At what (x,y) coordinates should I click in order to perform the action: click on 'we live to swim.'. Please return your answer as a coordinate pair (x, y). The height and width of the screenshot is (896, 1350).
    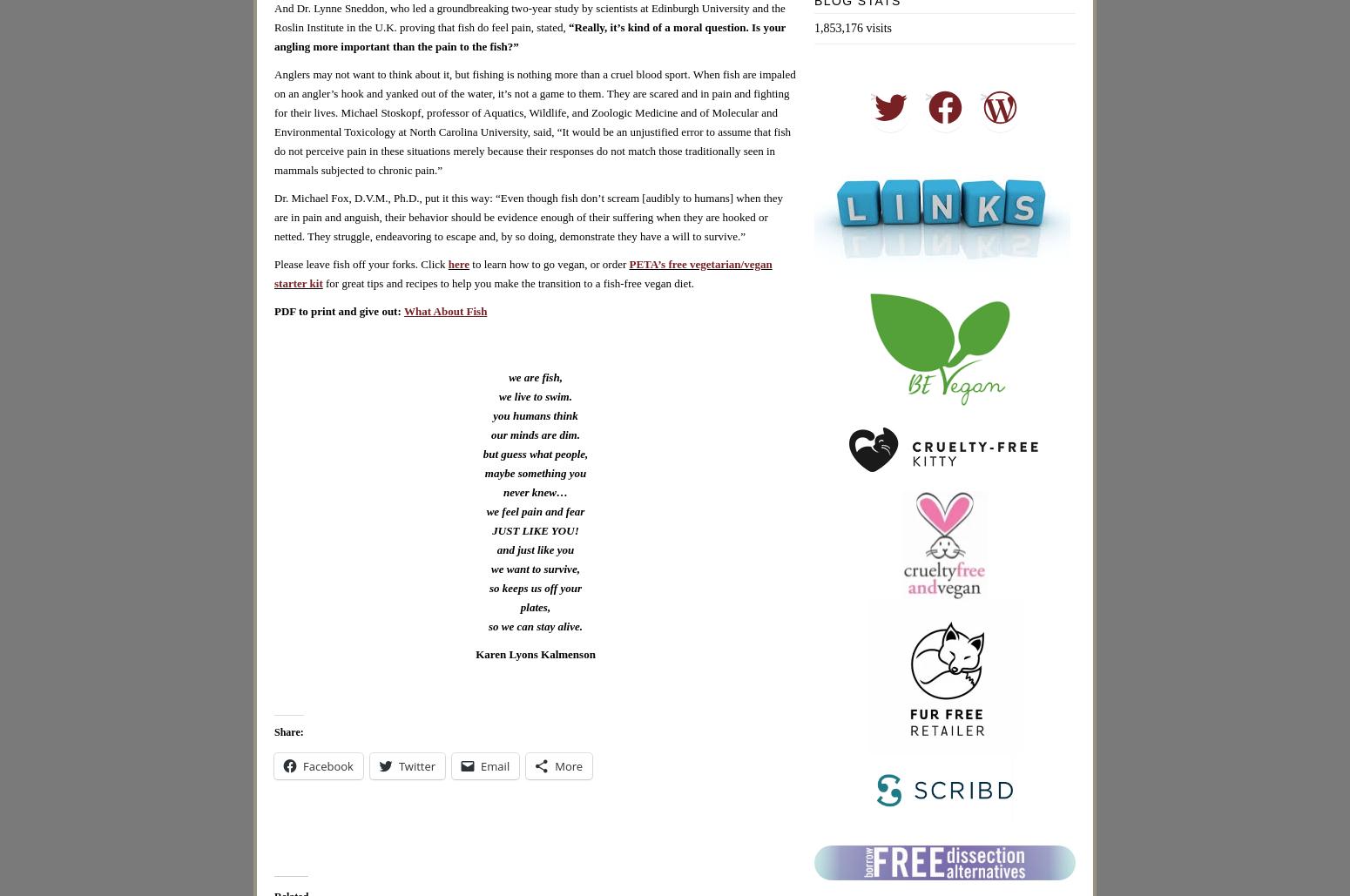
    Looking at the image, I should click on (535, 395).